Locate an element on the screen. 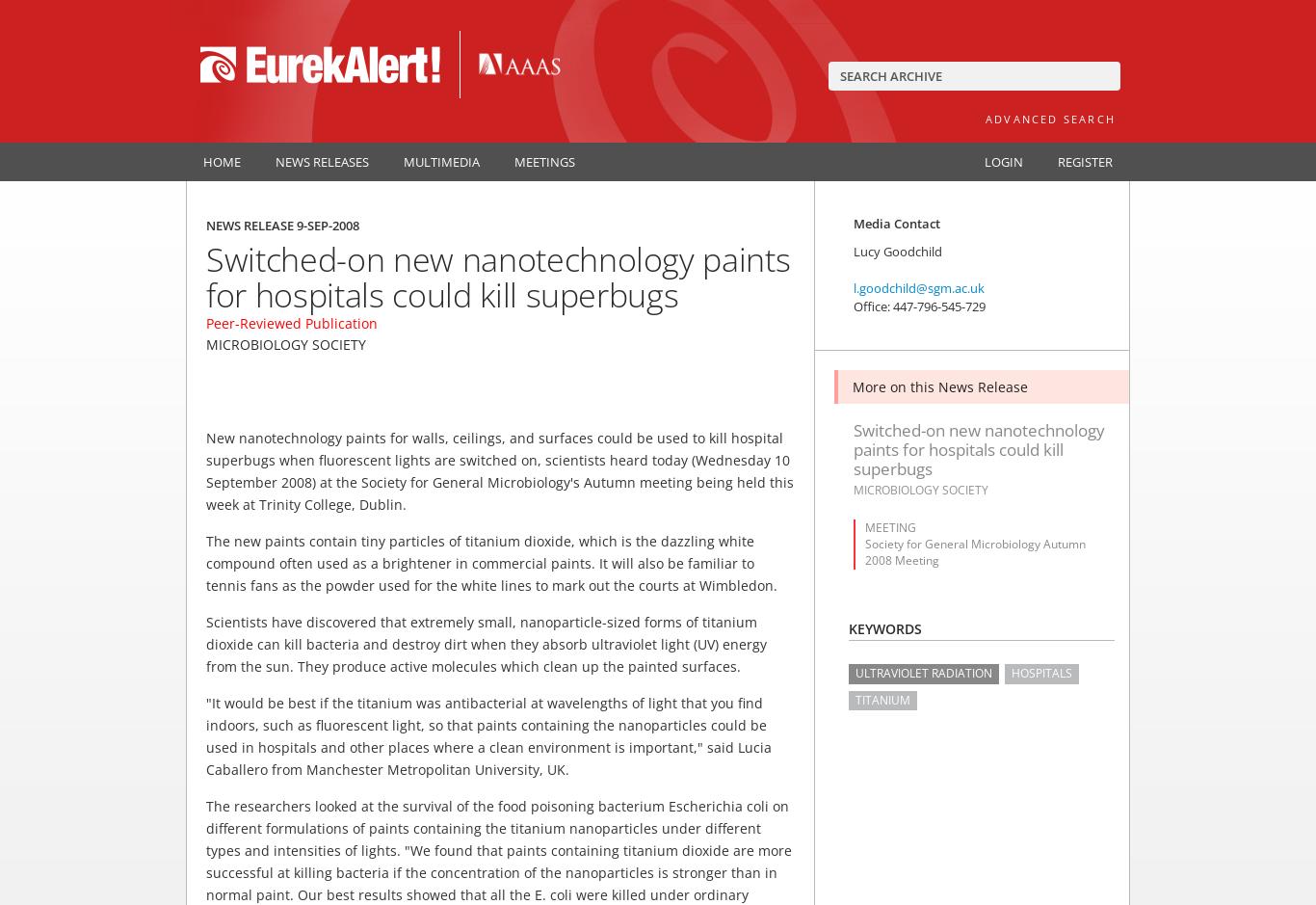 Image resolution: width=1316 pixels, height=905 pixels. 'Keywords' is located at coordinates (885, 628).